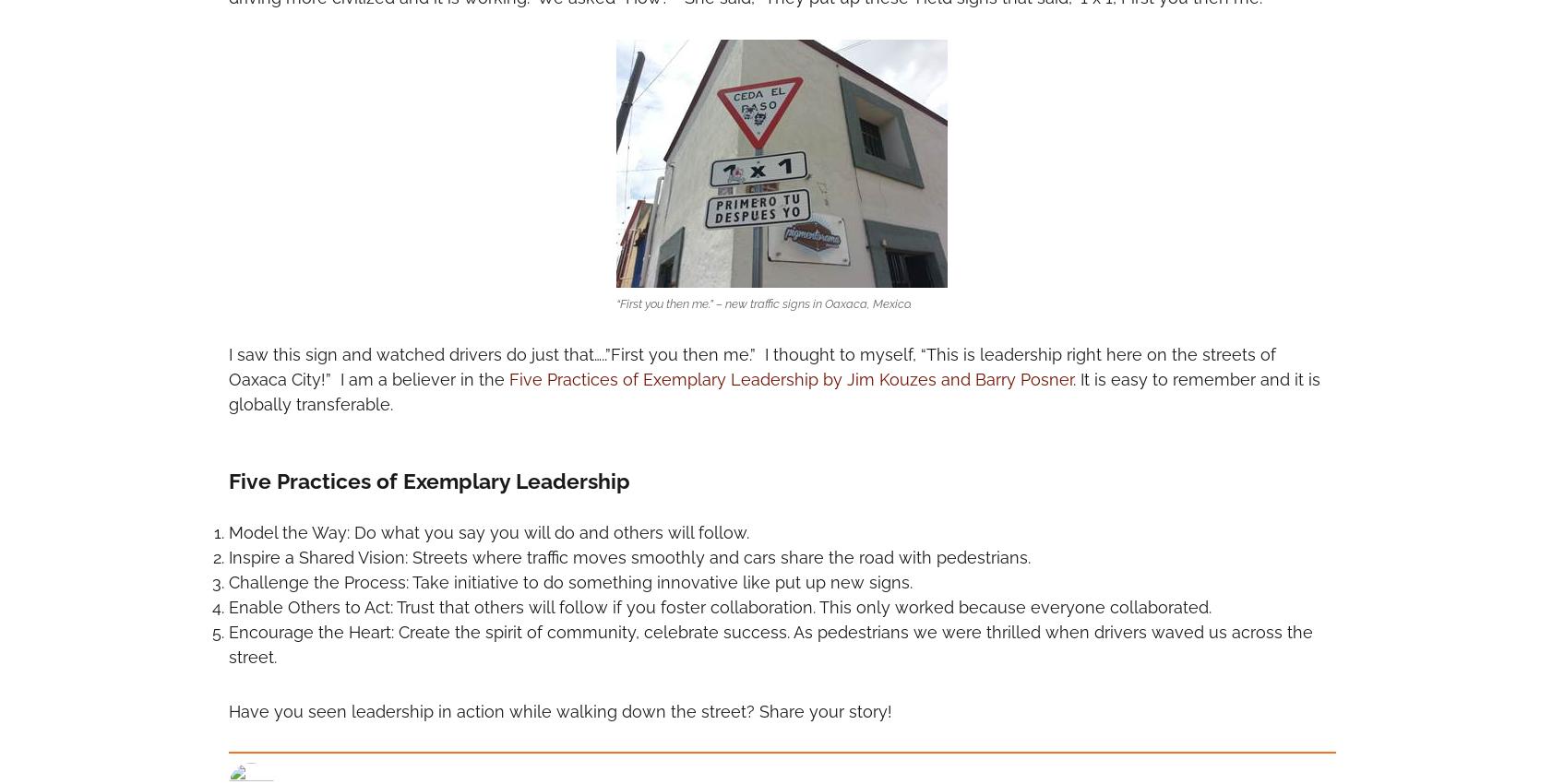 The image size is (1564, 784). Describe the element at coordinates (764, 303) in the screenshot. I see `'“First you then me.” – new traffic signs in Oaxaca, Mexico.'` at that location.